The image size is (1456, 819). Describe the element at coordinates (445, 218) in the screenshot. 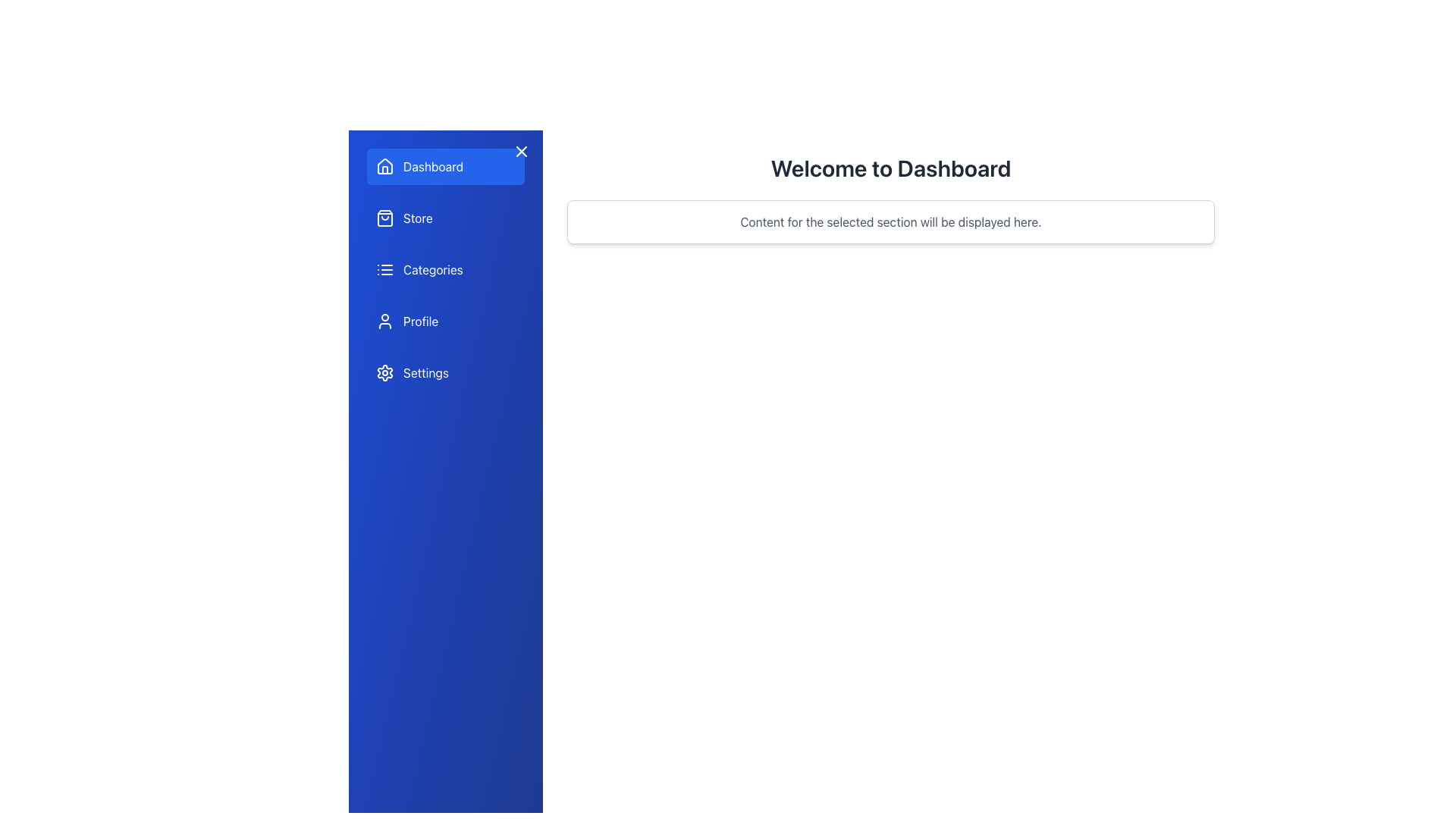

I see `the Navigation Link located on the vertical navigation panel, which is the second item below 'Dashboard'` at that location.